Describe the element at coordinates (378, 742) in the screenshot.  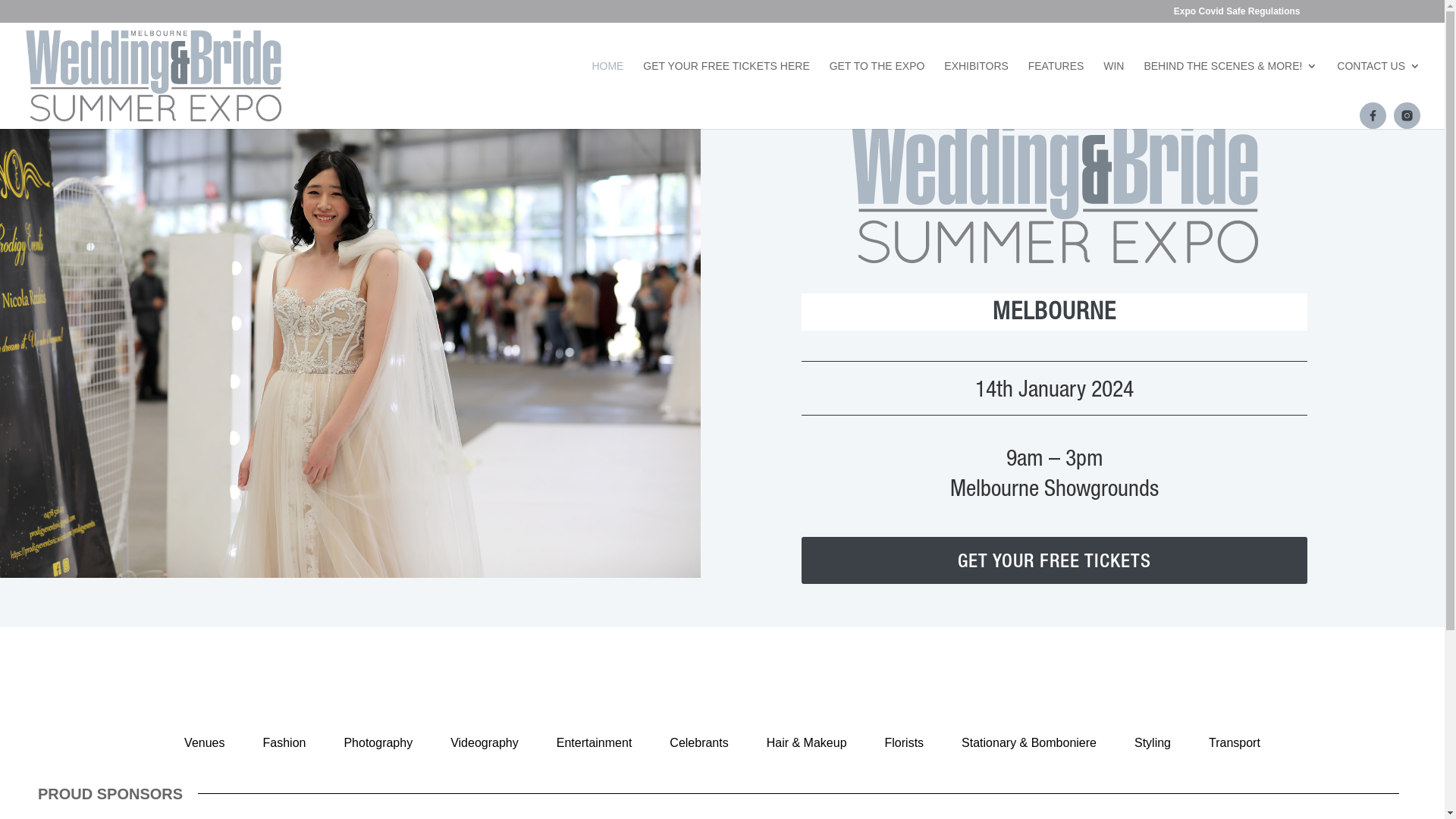
I see `'Photography'` at that location.